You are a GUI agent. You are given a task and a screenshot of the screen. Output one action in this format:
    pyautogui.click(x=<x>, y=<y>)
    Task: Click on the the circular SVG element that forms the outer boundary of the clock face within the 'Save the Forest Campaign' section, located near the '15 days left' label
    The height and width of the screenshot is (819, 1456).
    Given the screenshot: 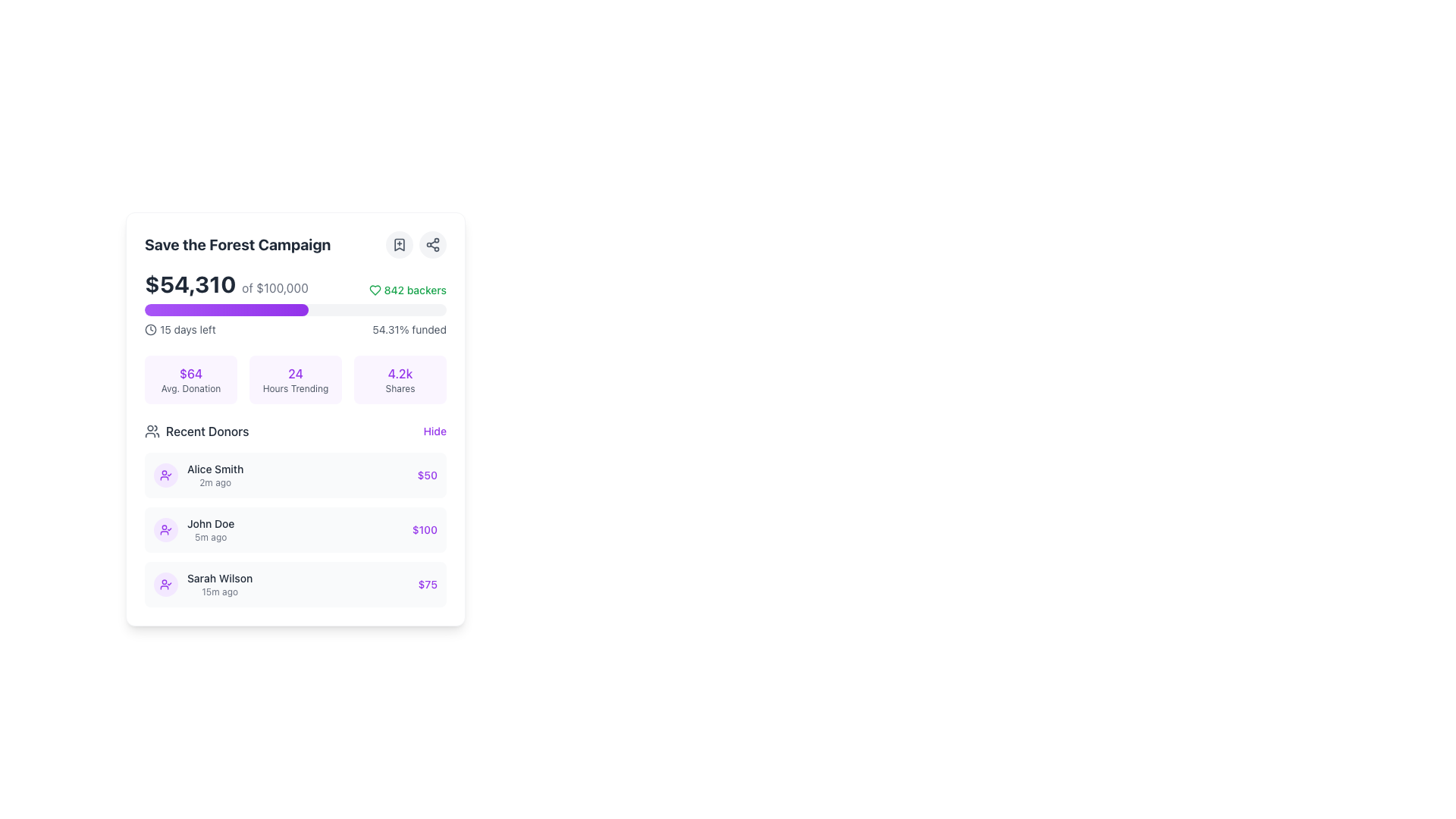 What is the action you would take?
    pyautogui.click(x=150, y=329)
    